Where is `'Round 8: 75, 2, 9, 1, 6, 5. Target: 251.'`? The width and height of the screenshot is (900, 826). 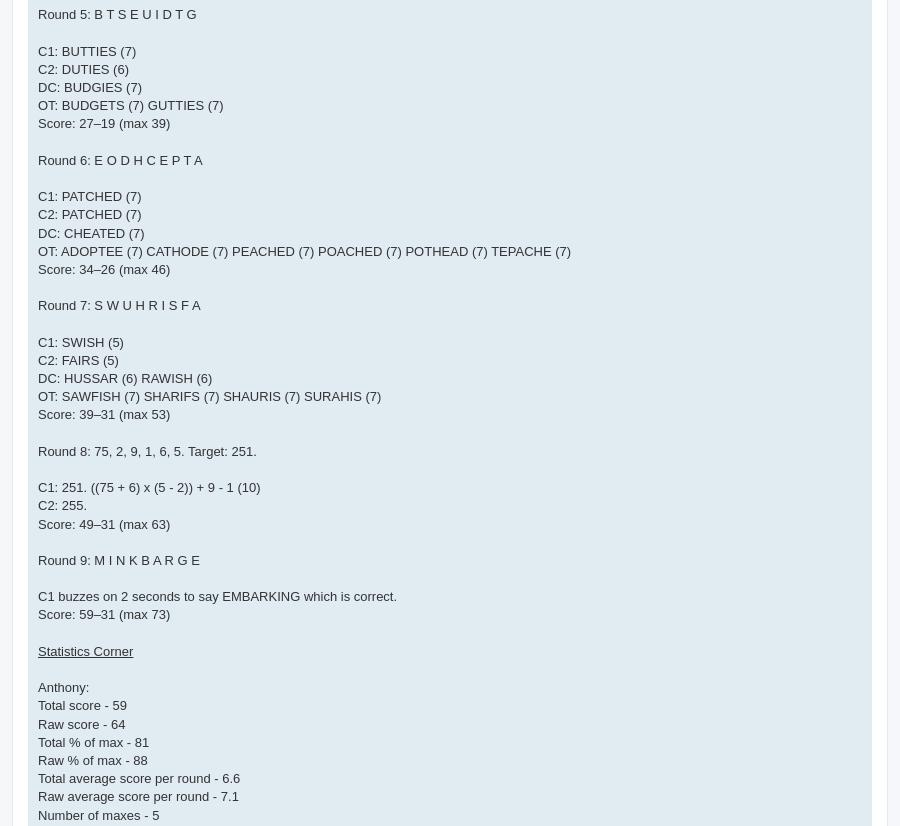
'Round 8: 75, 2, 9, 1, 6, 5. Target: 251.' is located at coordinates (146, 449).